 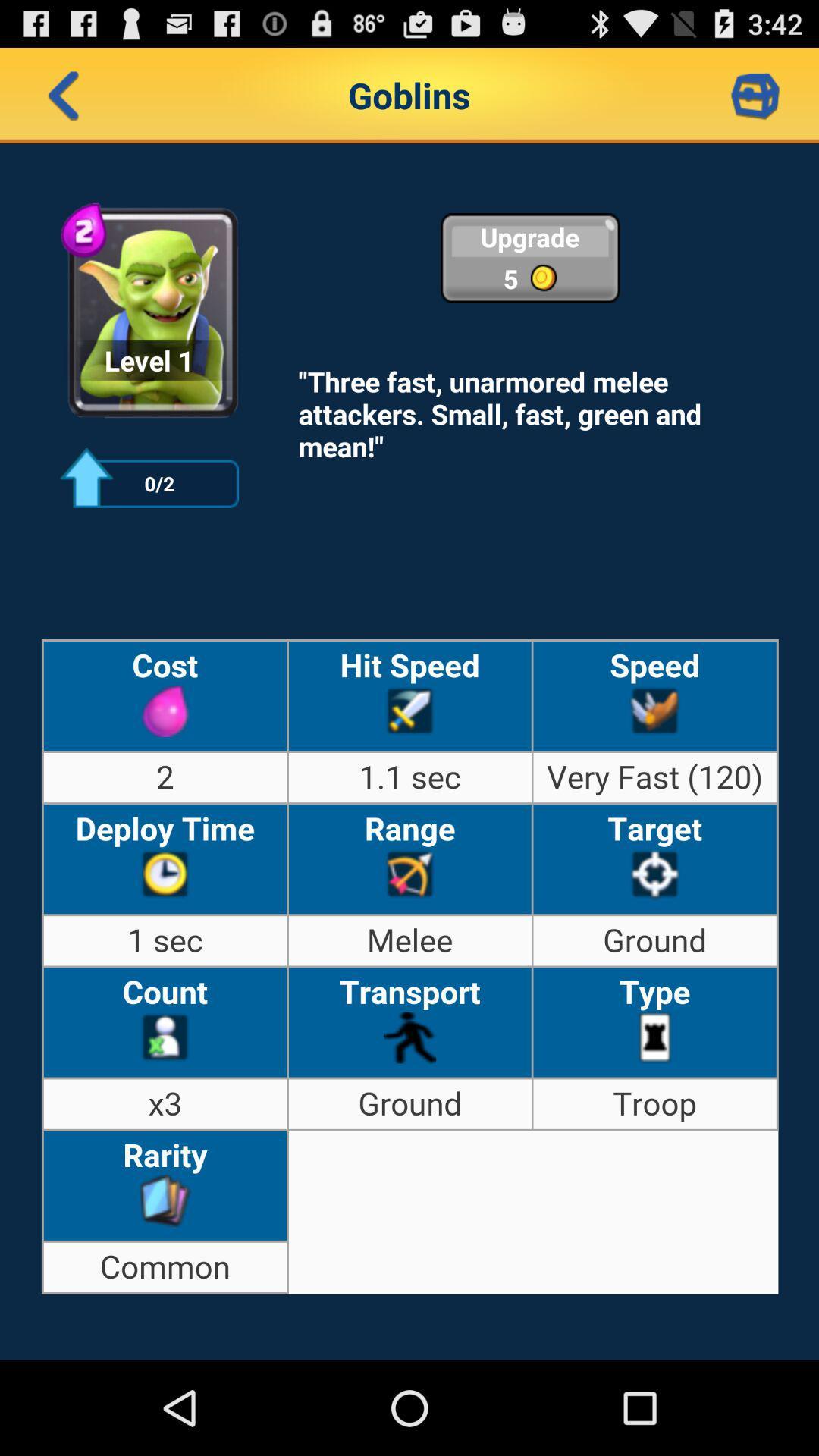 I want to click on back button, so click(x=63, y=94).